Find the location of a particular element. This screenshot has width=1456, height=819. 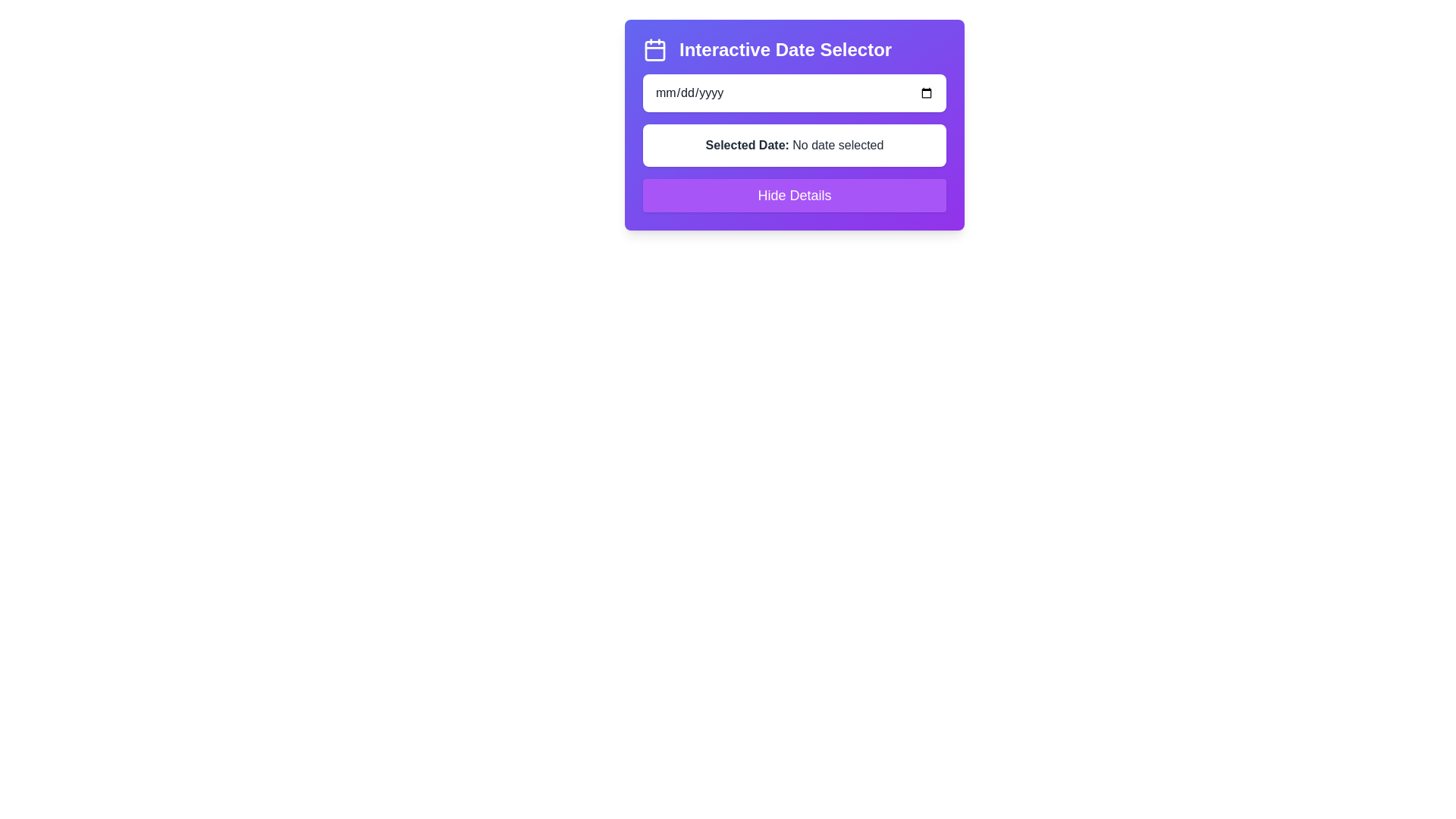

the text label indicating that no date has been chosen yet, located under the date input field and above the 'Hide Details' button is located at coordinates (793, 146).